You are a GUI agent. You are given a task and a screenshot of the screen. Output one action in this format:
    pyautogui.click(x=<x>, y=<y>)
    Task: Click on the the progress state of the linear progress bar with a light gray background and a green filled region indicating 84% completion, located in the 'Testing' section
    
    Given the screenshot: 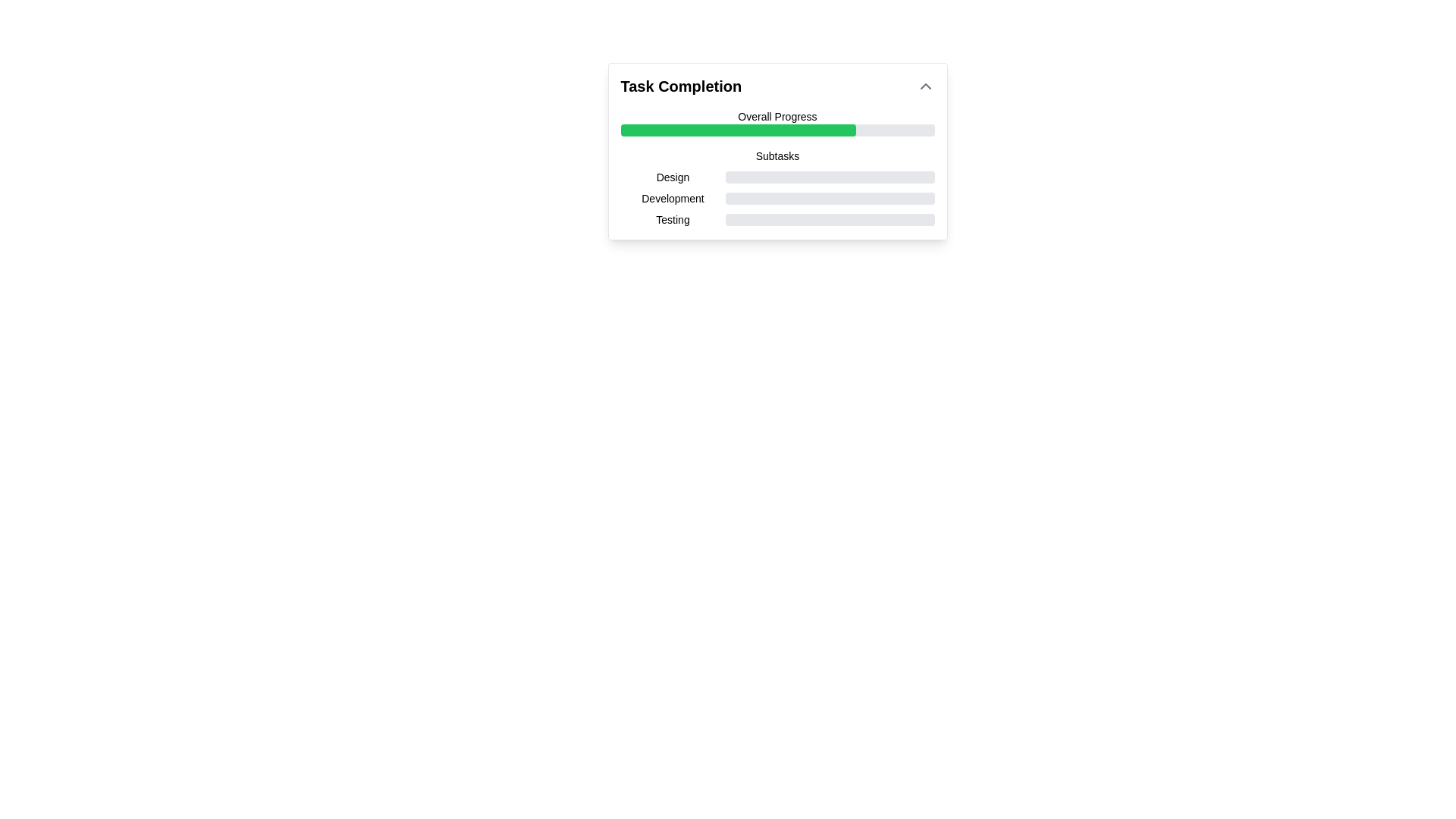 What is the action you would take?
    pyautogui.click(x=829, y=219)
    